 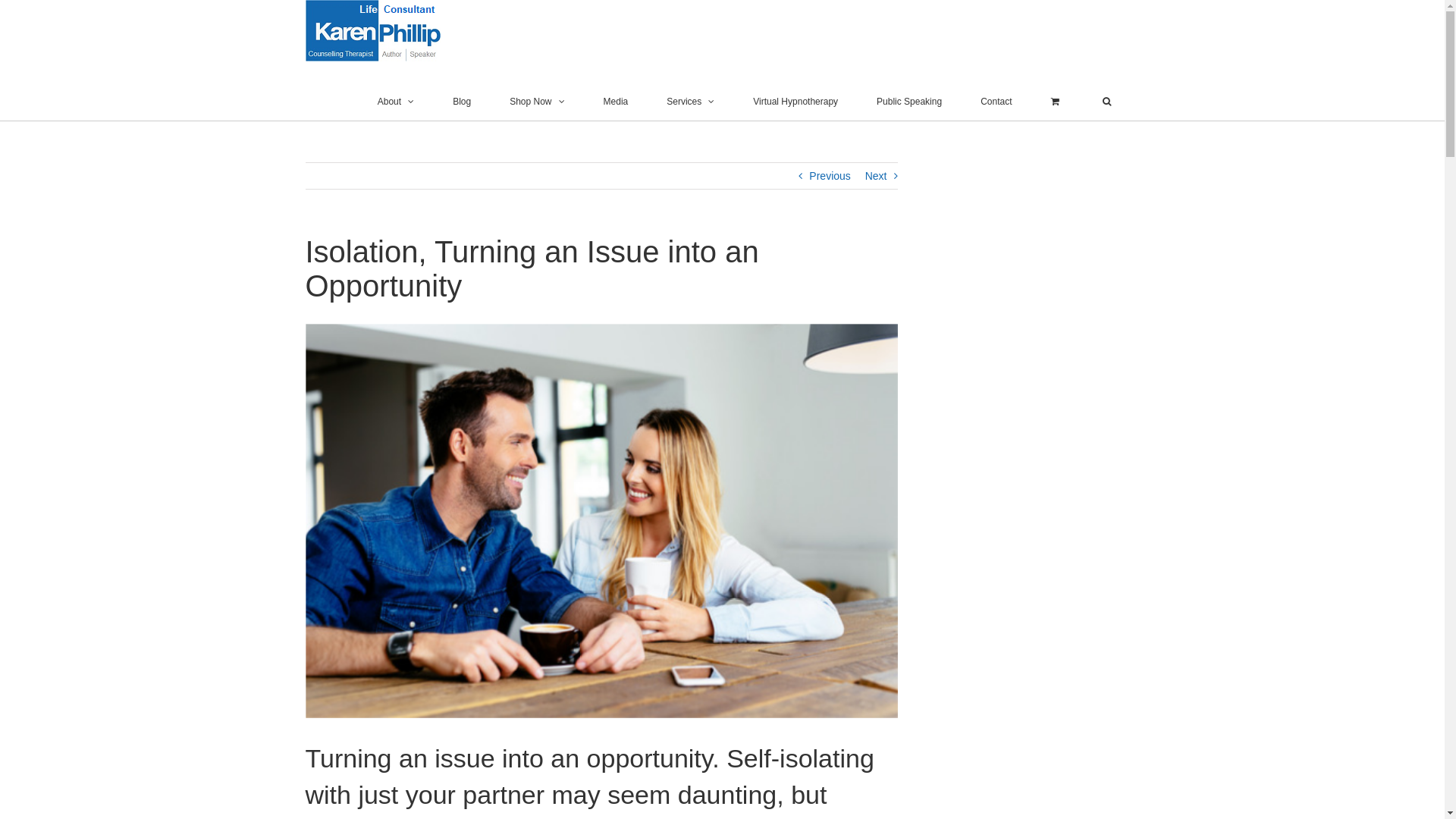 What do you see at coordinates (996, 102) in the screenshot?
I see `'Contact'` at bounding box center [996, 102].